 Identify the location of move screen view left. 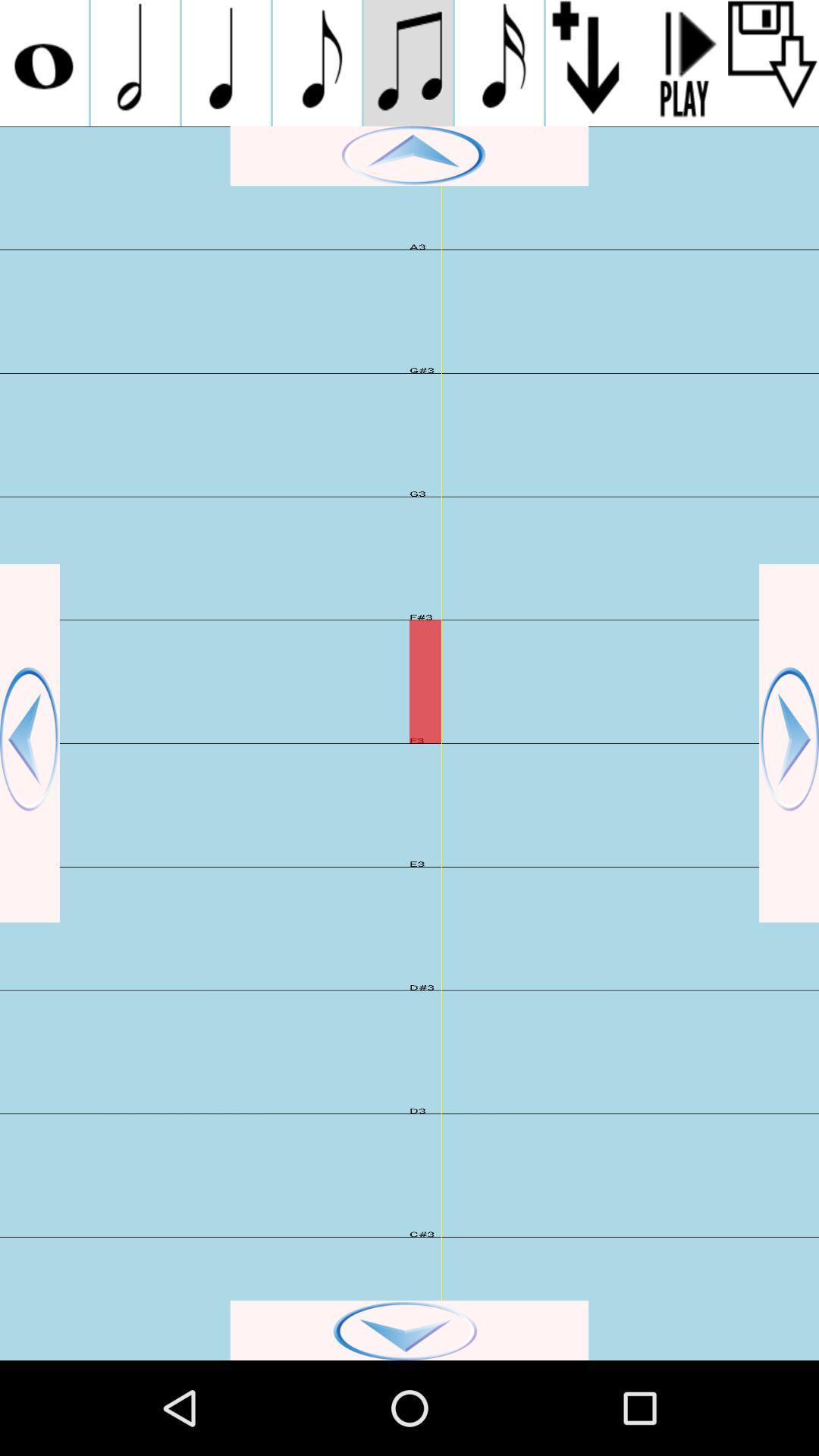
(30, 743).